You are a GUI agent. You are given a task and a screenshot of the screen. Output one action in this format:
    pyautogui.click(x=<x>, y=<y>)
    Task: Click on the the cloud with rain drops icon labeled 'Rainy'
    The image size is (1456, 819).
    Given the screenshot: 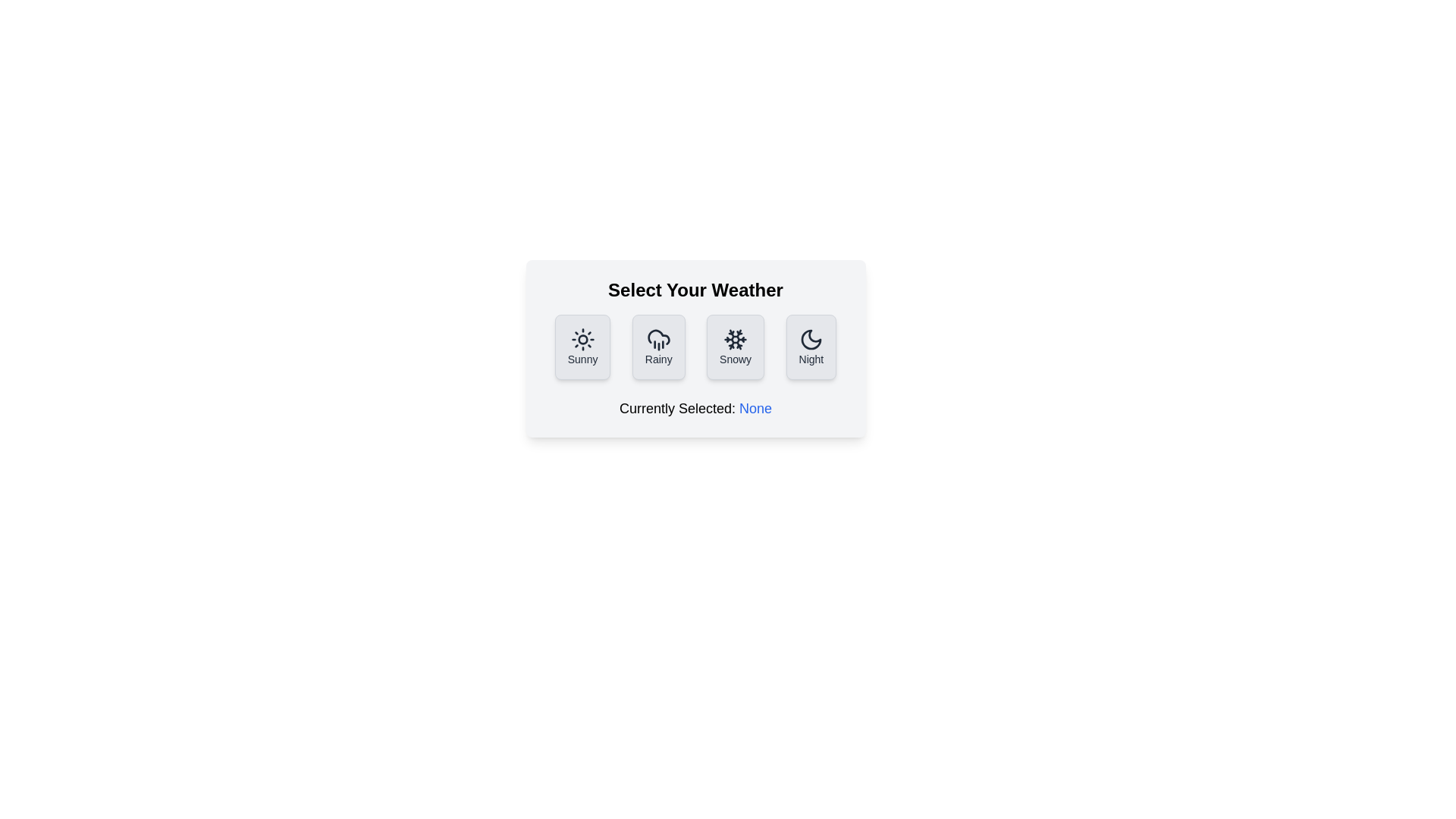 What is the action you would take?
    pyautogui.click(x=658, y=338)
    